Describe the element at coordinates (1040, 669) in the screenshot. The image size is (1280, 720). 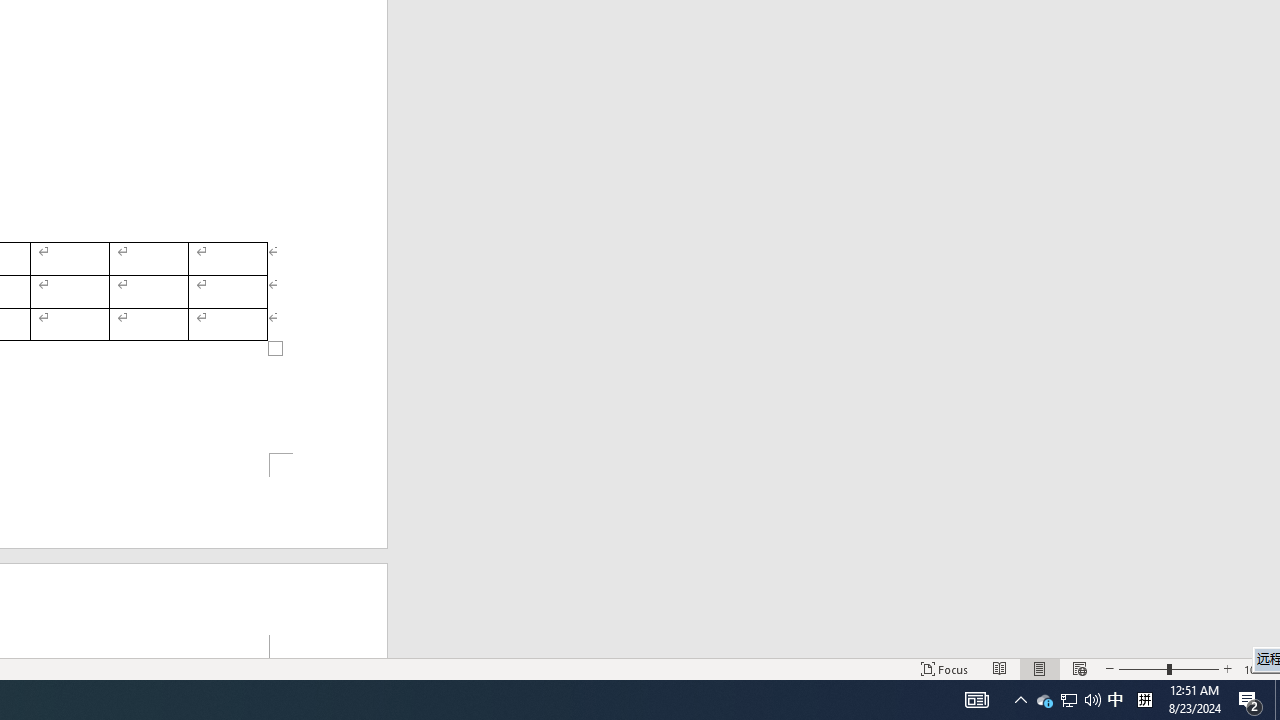
I see `'Print Layout'` at that location.